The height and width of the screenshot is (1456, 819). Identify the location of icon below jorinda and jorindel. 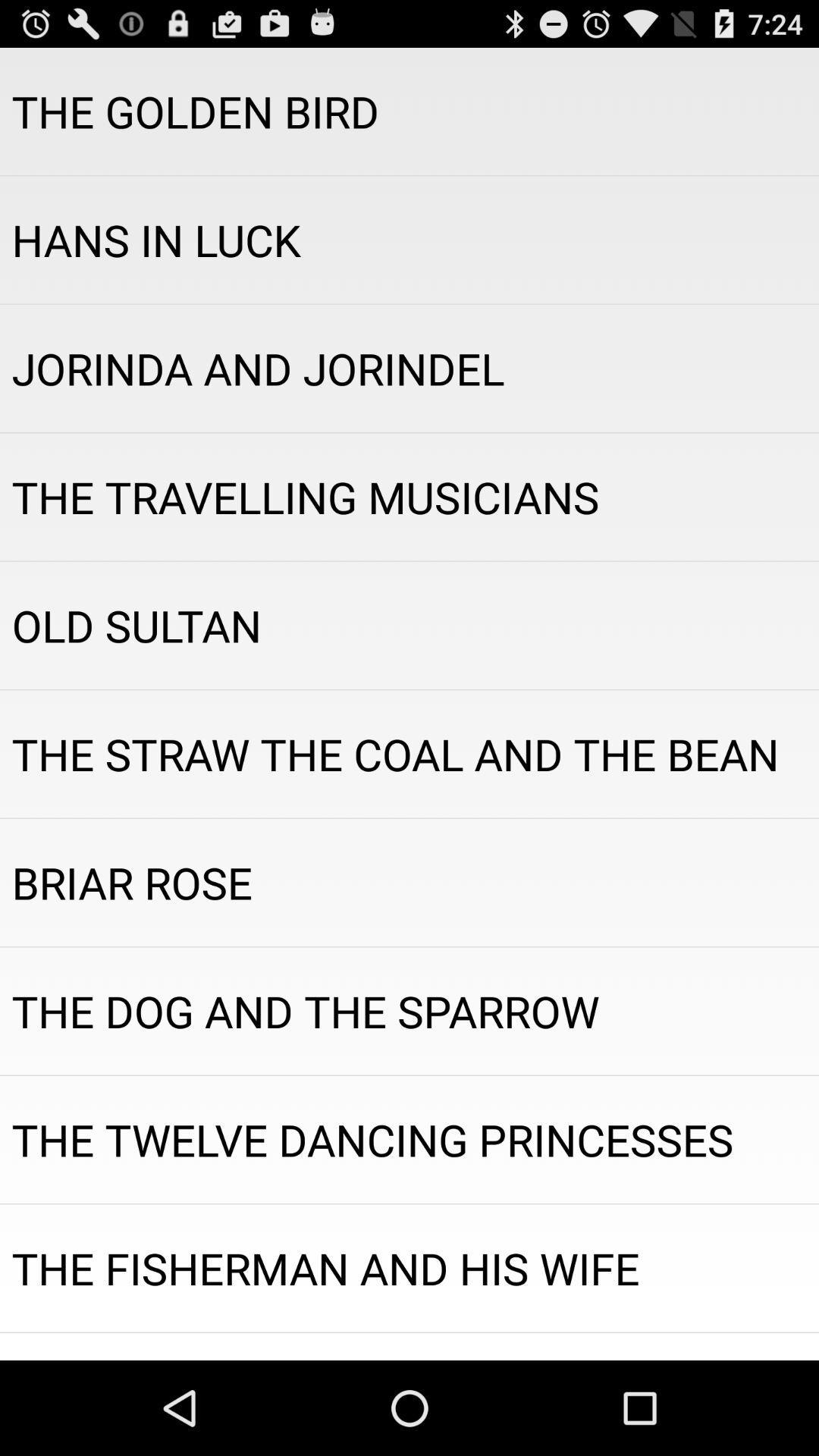
(409, 497).